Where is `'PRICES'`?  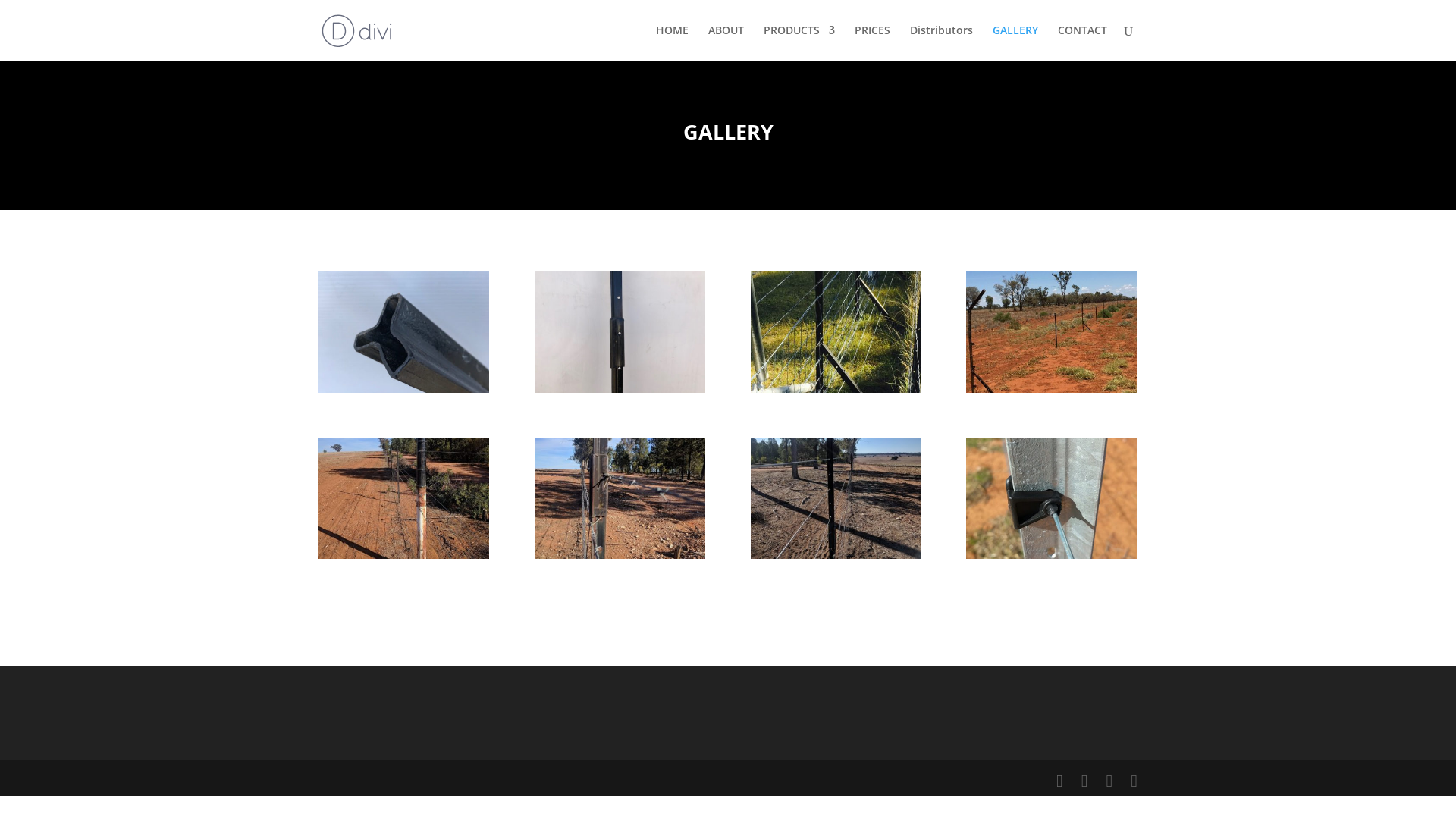
'PRICES' is located at coordinates (855, 42).